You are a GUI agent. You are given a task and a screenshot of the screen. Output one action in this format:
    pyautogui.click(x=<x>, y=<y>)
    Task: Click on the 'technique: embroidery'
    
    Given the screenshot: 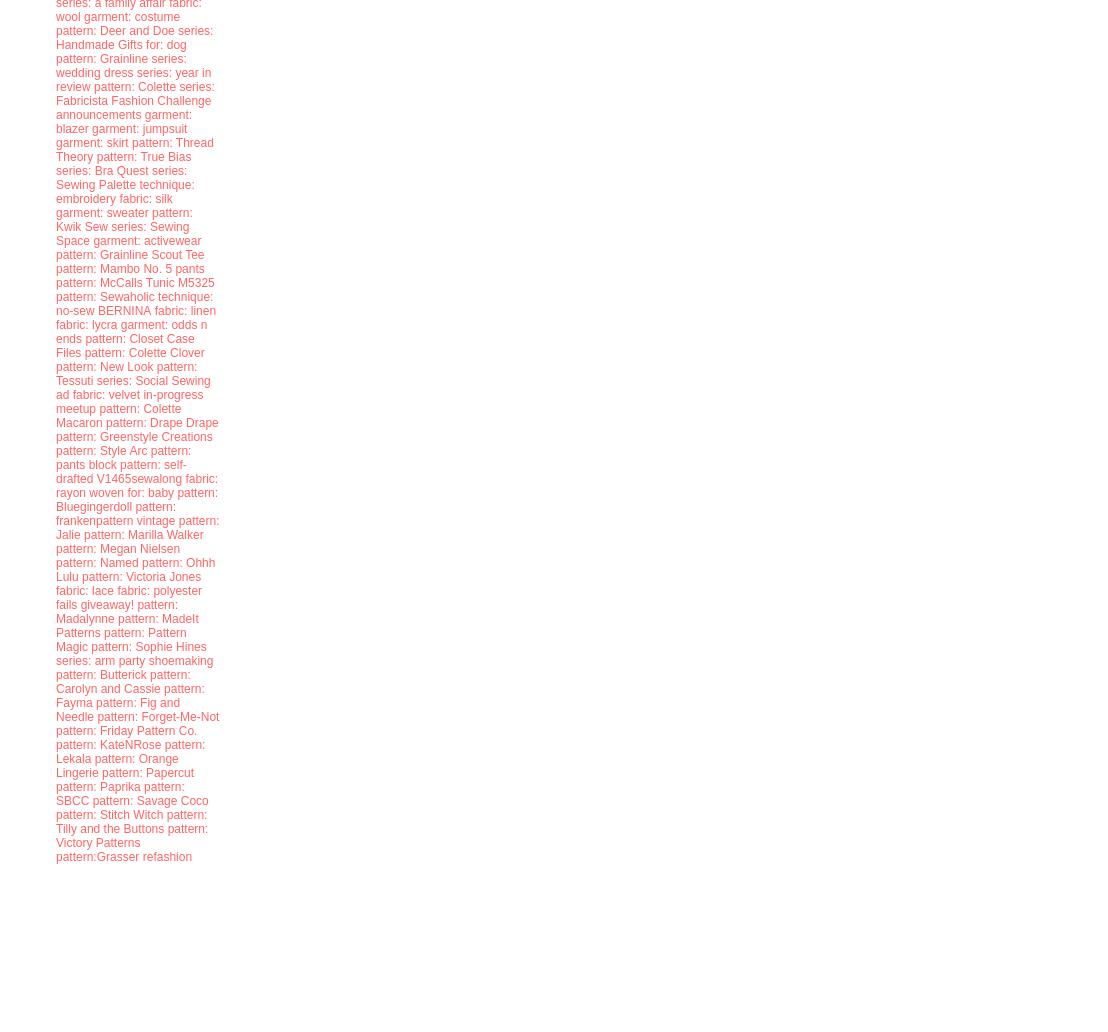 What is the action you would take?
    pyautogui.click(x=124, y=190)
    